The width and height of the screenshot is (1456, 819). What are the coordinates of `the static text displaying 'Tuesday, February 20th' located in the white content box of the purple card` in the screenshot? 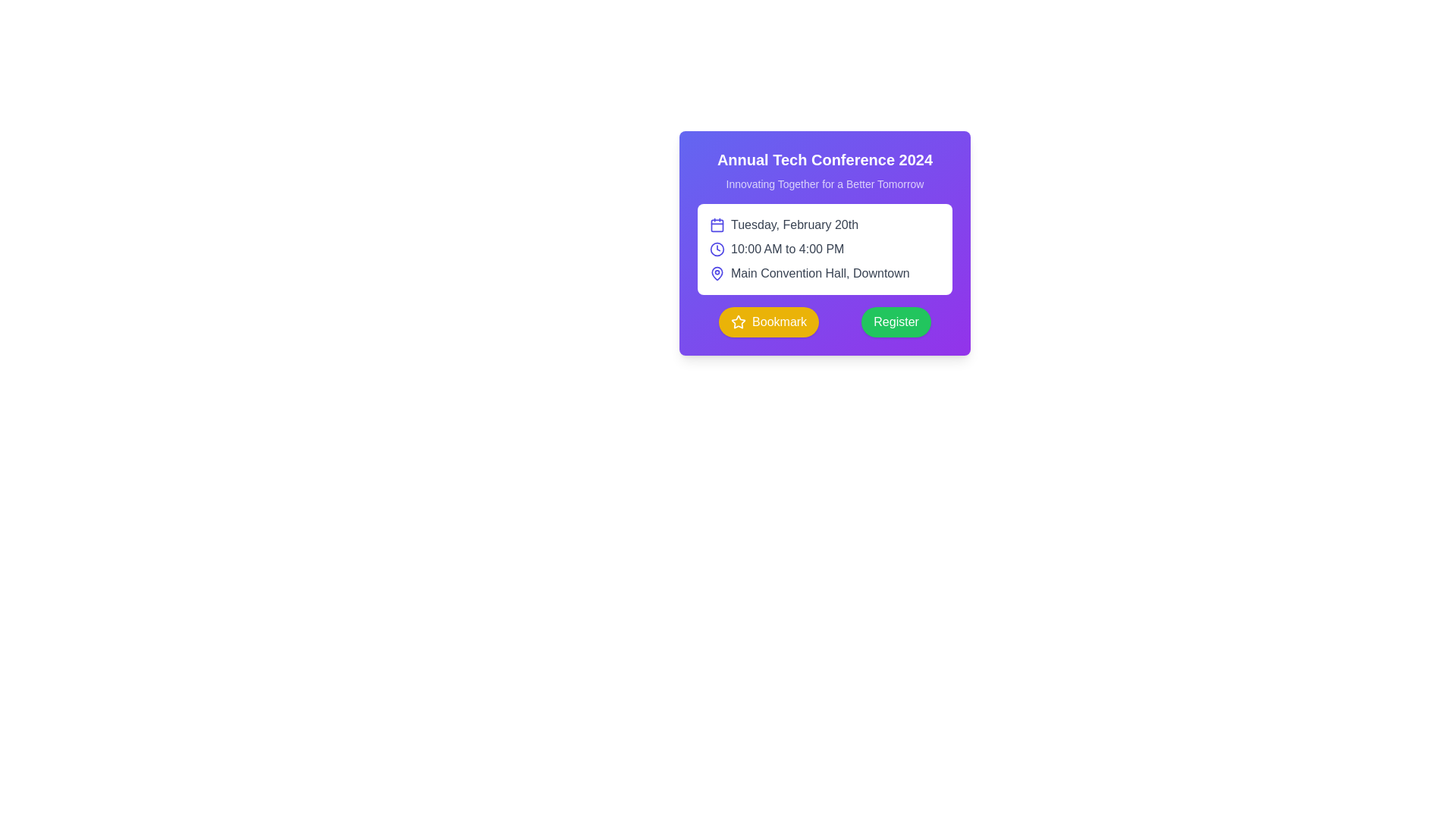 It's located at (794, 225).